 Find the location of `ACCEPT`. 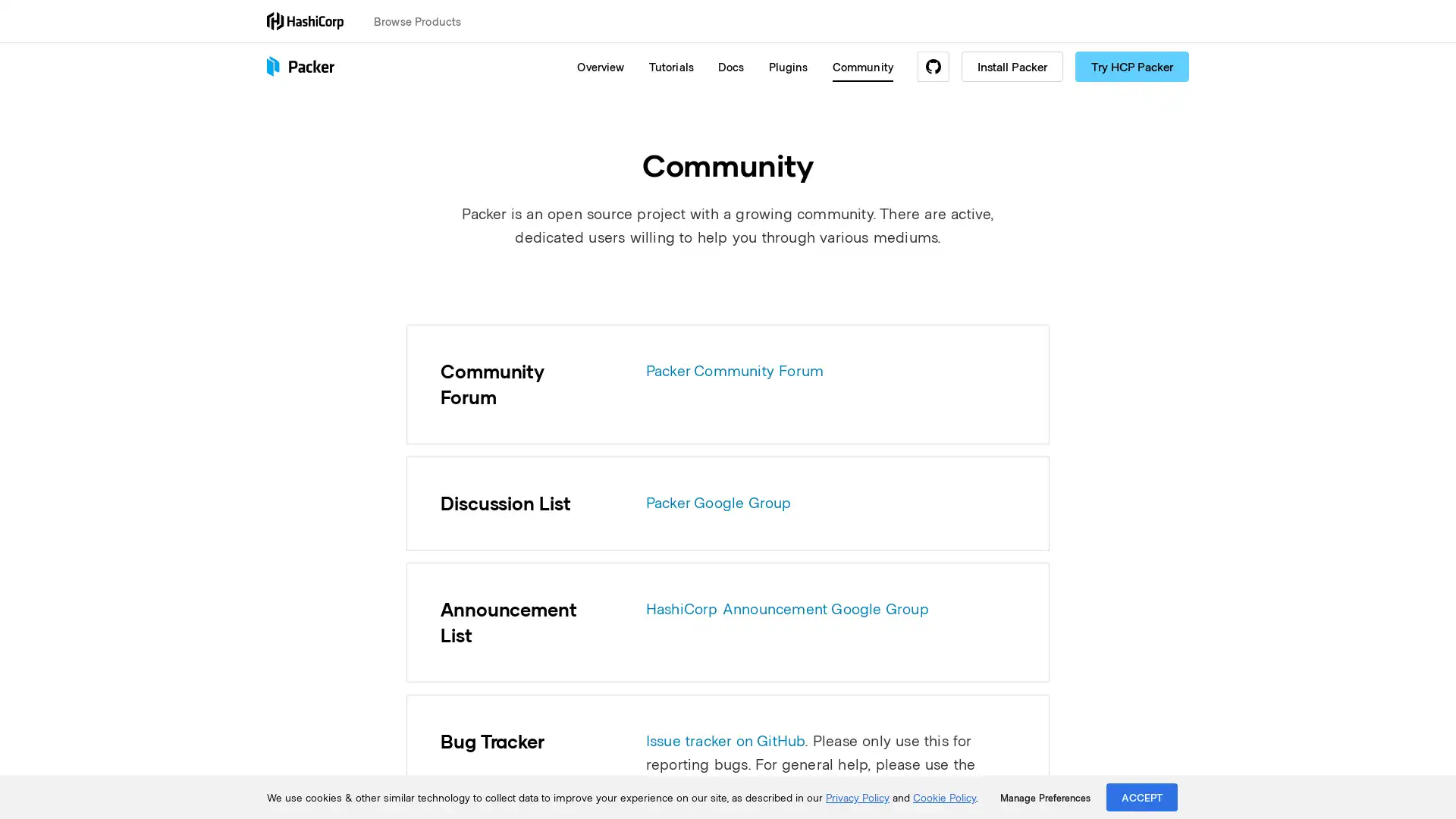

ACCEPT is located at coordinates (1142, 796).